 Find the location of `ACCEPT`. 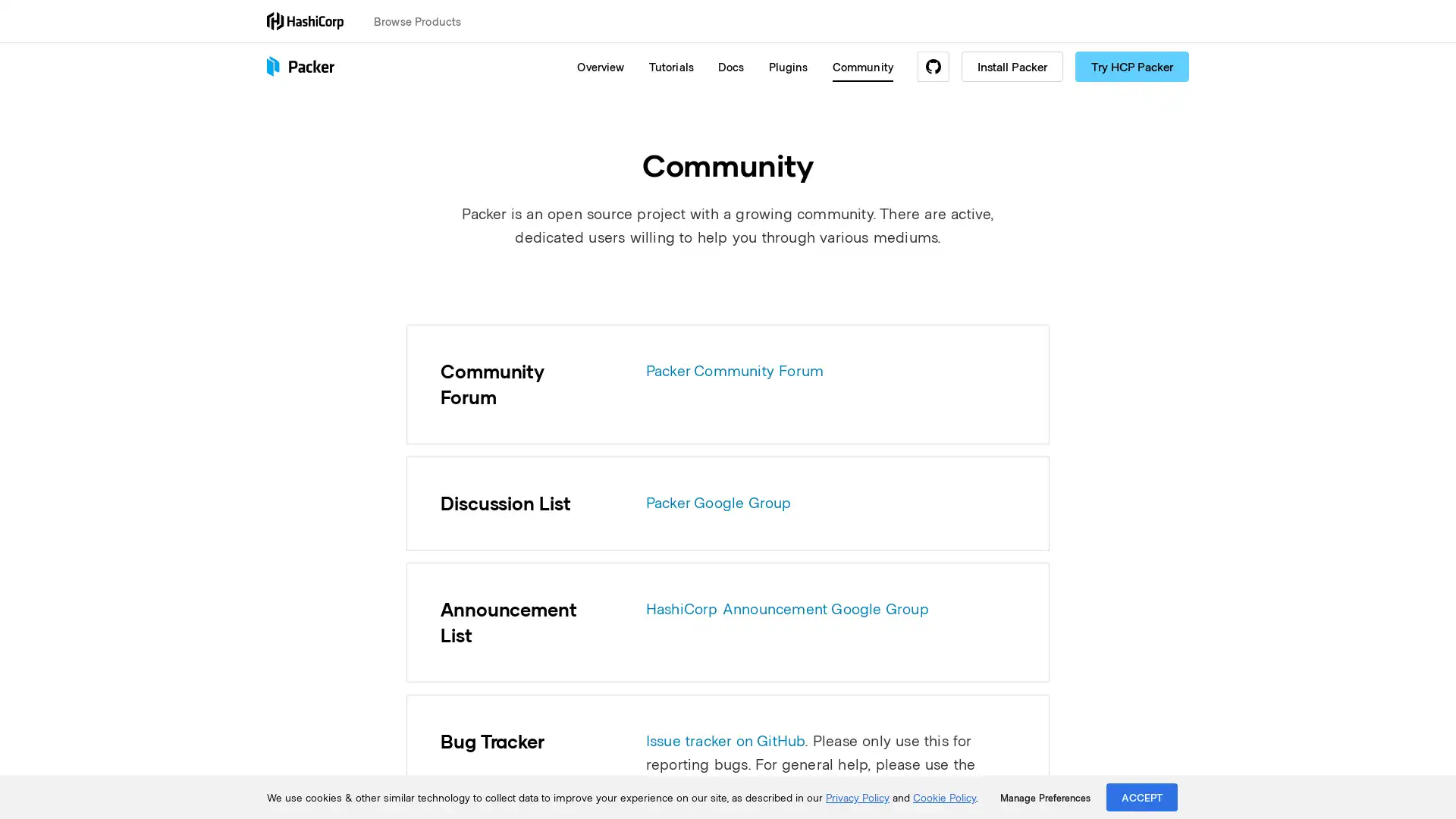

ACCEPT is located at coordinates (1142, 796).